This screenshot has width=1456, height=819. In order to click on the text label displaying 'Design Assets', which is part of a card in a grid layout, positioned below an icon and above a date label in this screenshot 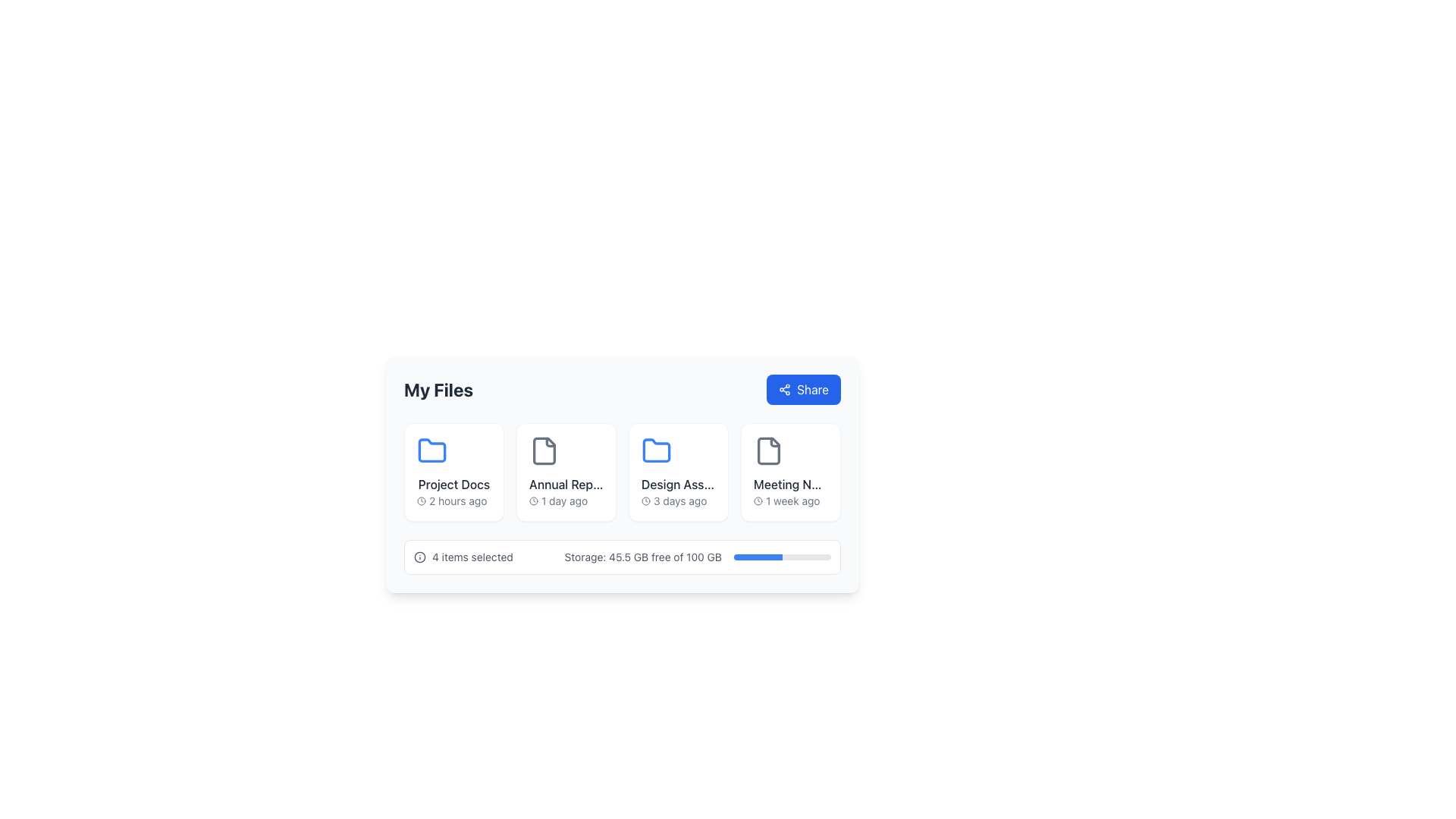, I will do `click(677, 485)`.